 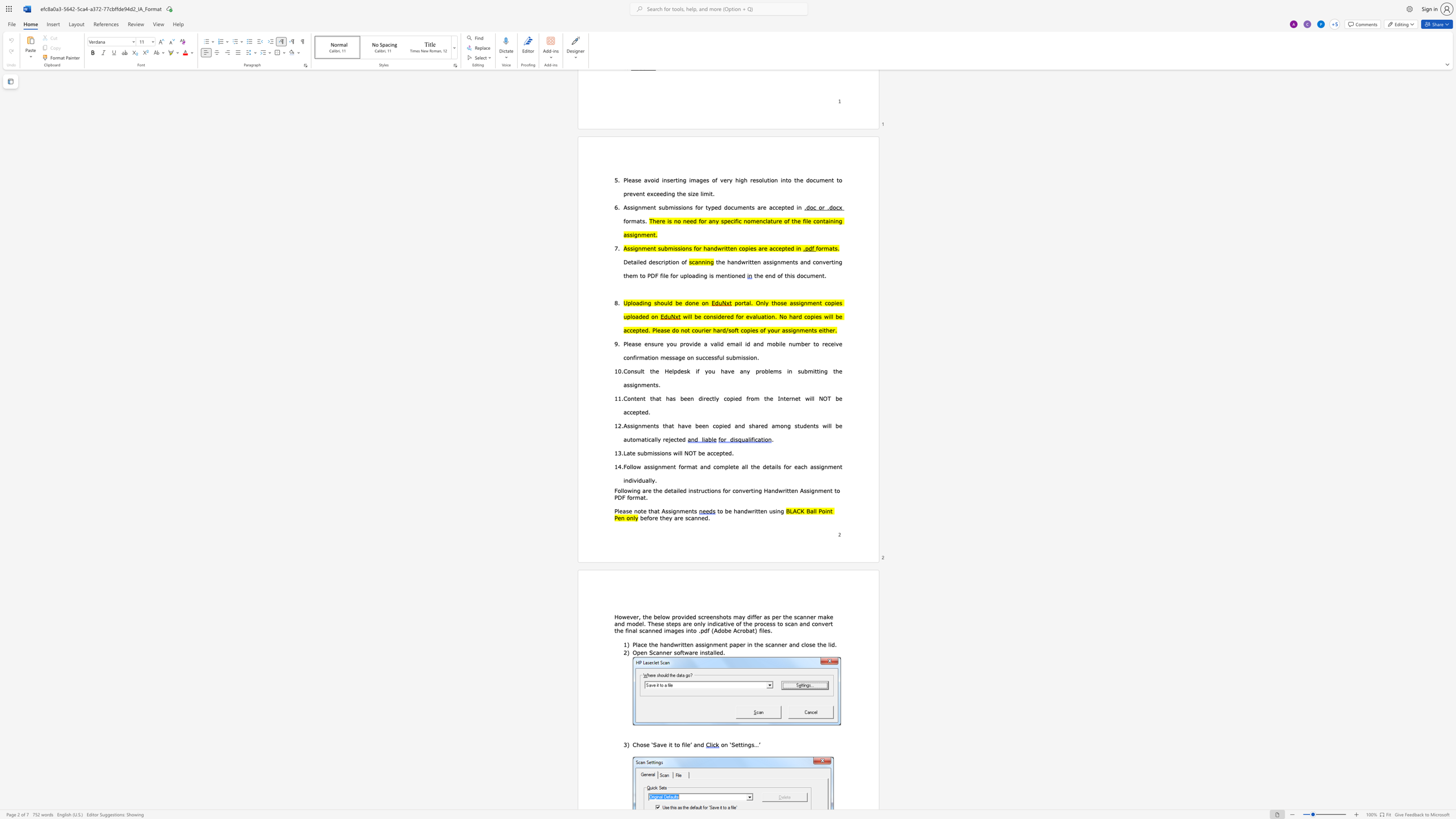 What do you see at coordinates (812, 616) in the screenshot?
I see `the 11th character "e" in the text` at bounding box center [812, 616].